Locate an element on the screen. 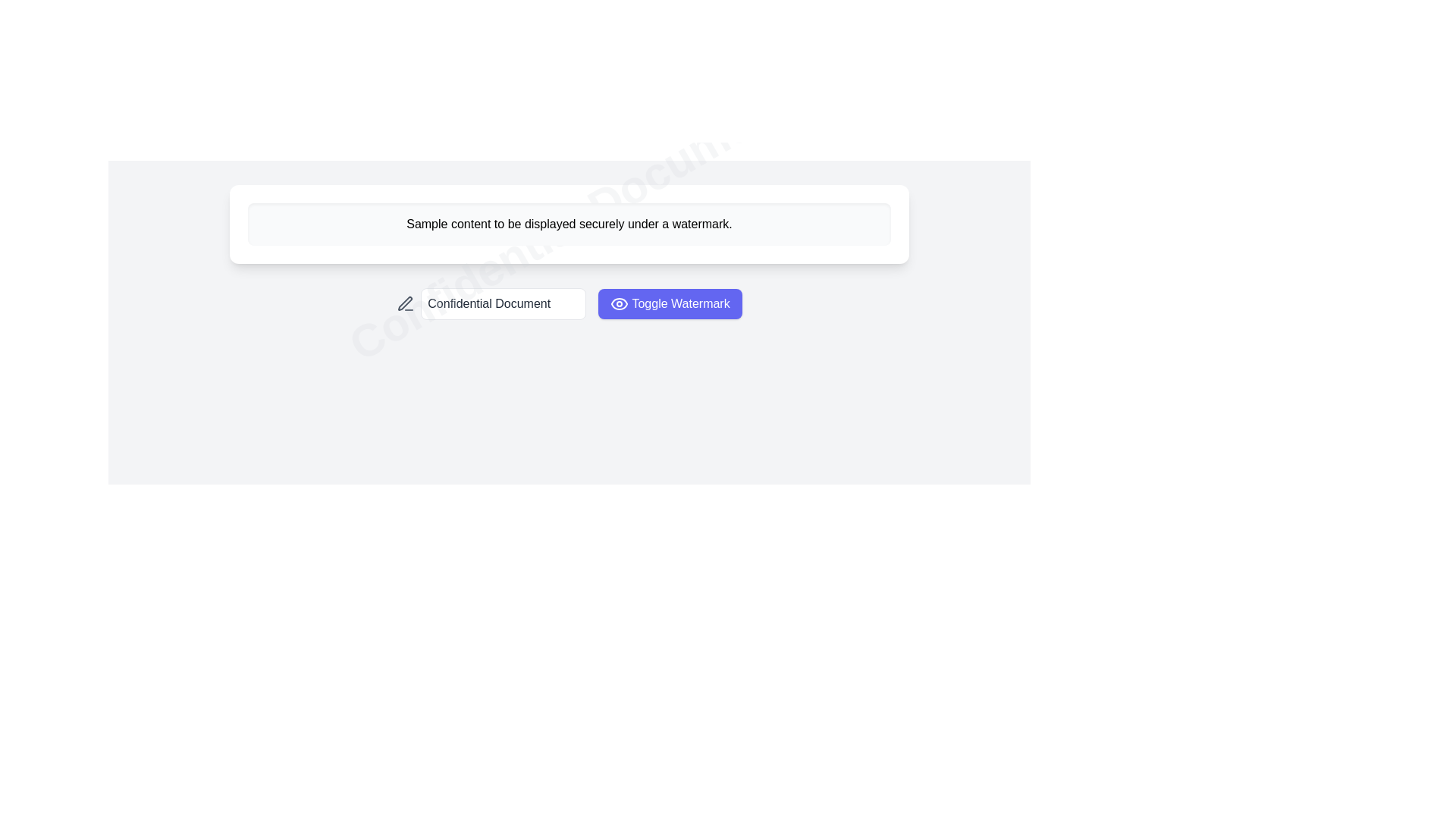 Image resolution: width=1456 pixels, height=819 pixels. the centrally positioned static text display area that provides sensitive information, located above the 'Confidential Document' input box and 'Toggle Watermark' button is located at coordinates (568, 224).